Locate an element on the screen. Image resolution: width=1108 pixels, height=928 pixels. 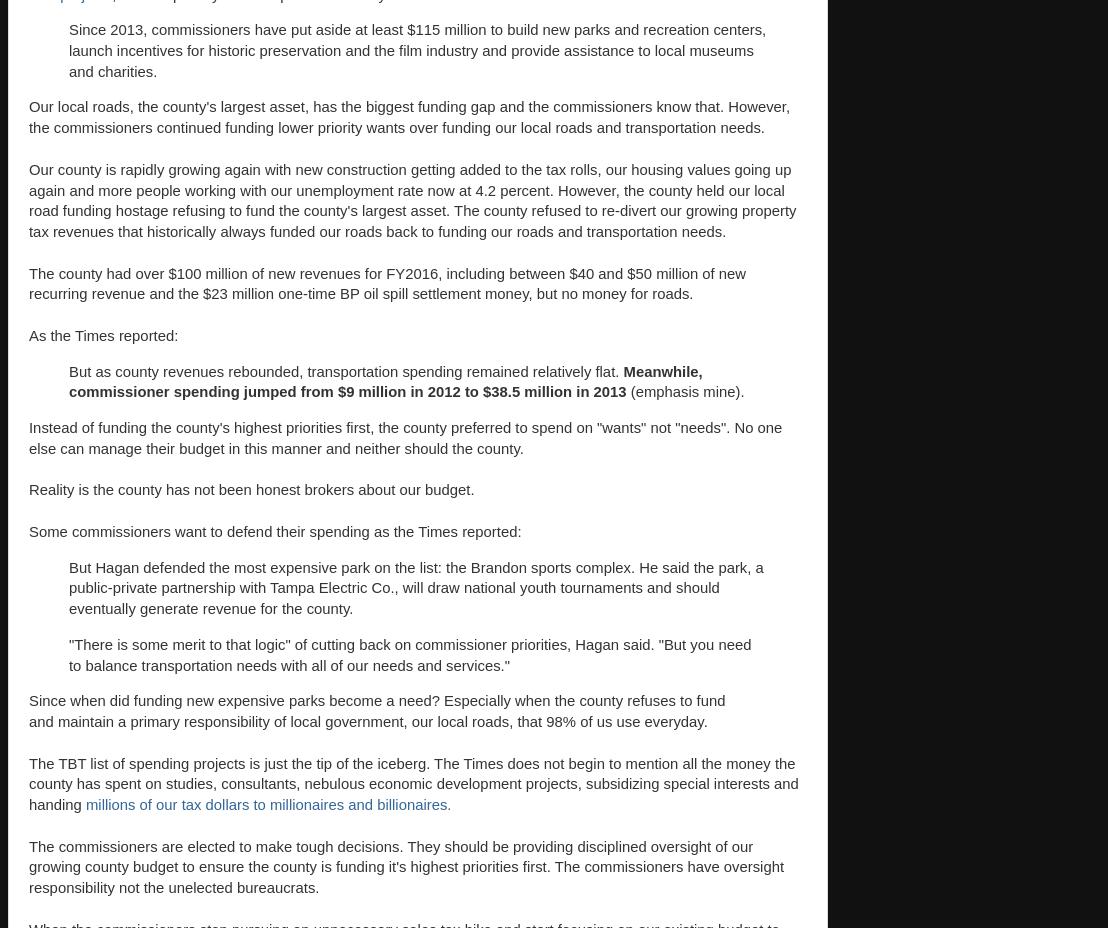
'Some commissioners want to defend their spending as the Times reported:' is located at coordinates (29, 530).